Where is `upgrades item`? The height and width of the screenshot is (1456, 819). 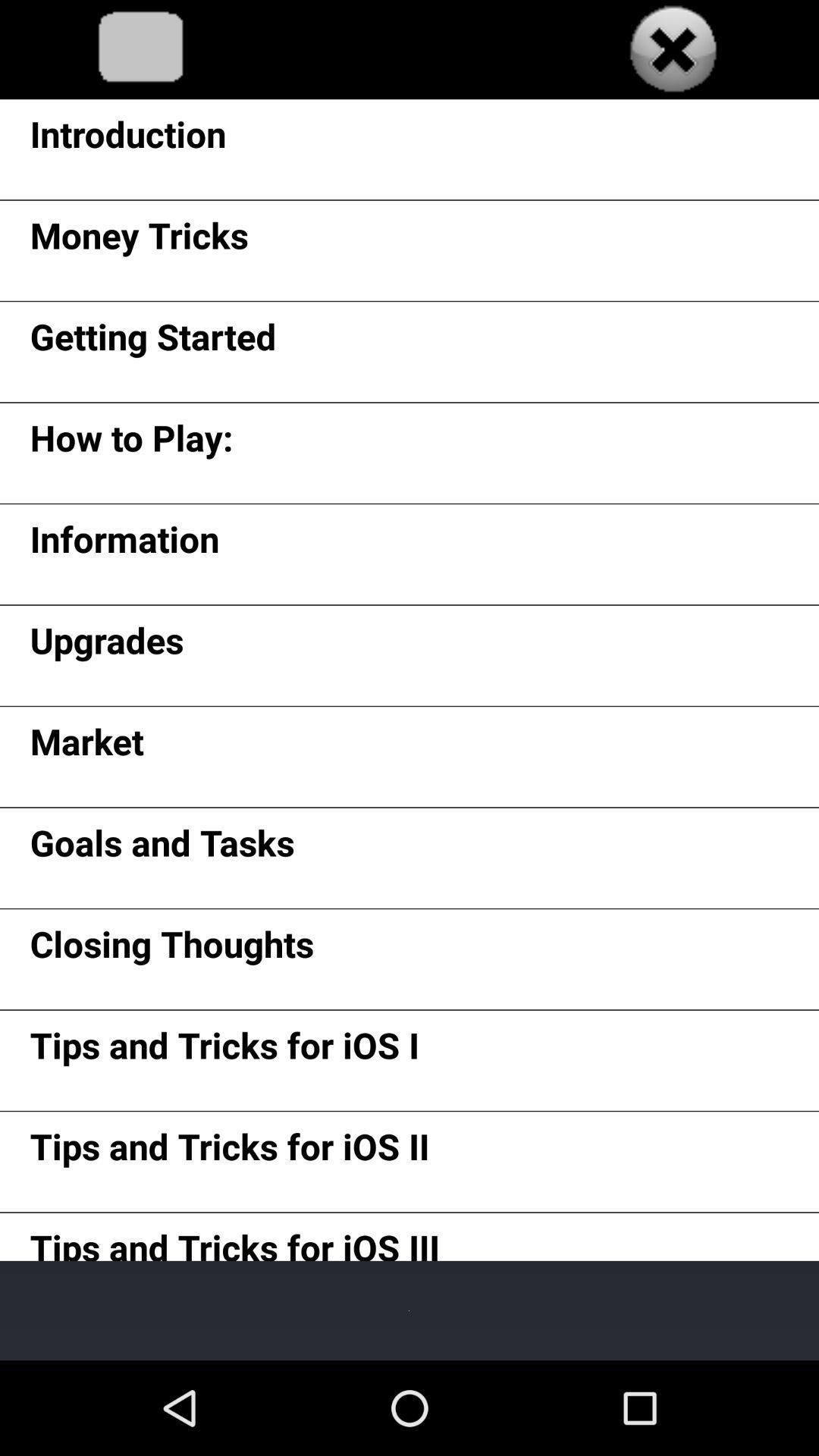
upgrades item is located at coordinates (106, 645).